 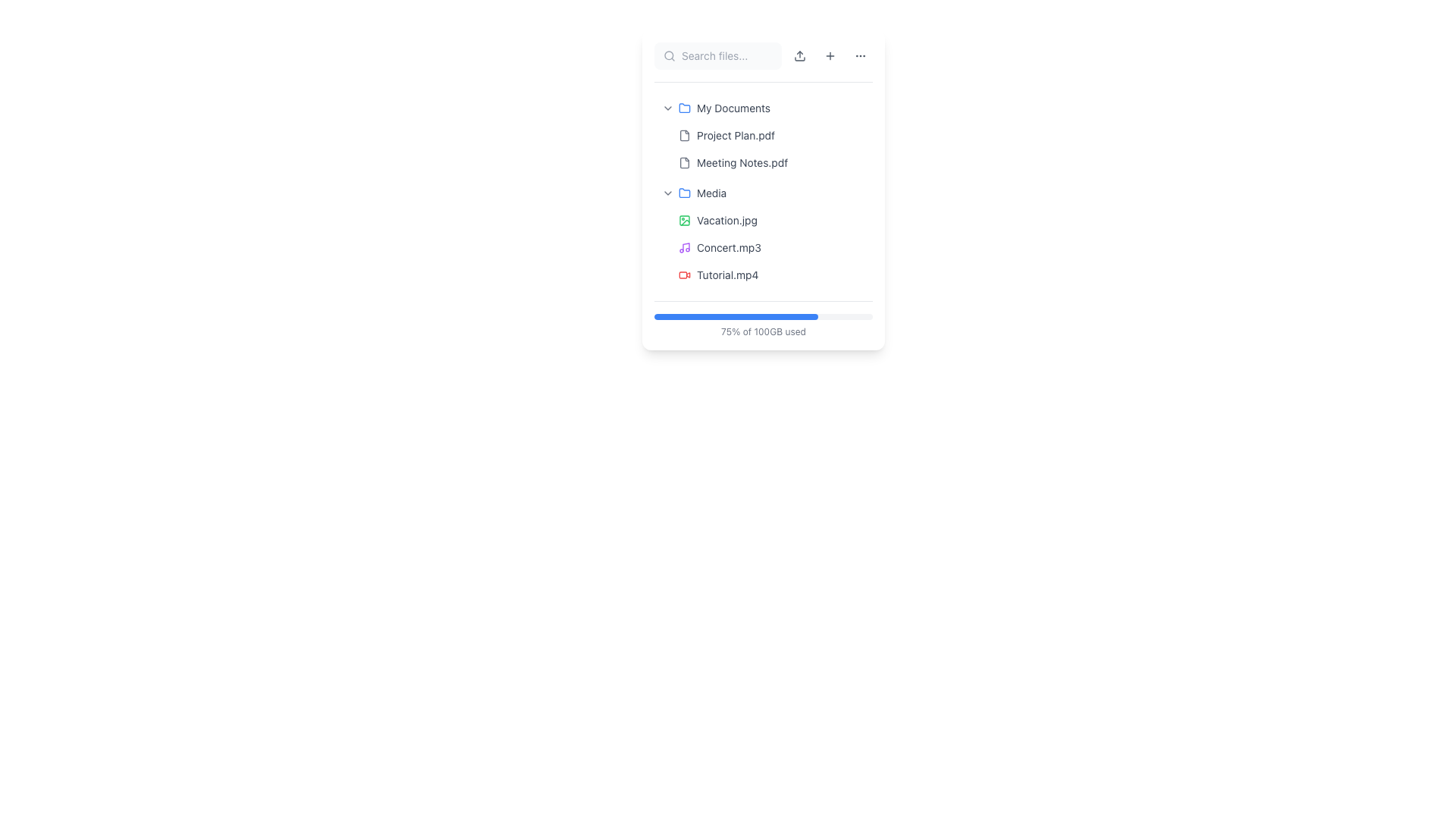 I want to click on the small square button with a plus ('+') icon in the top-right corner of the panel to initiate the creation of a new item, so click(x=829, y=55).